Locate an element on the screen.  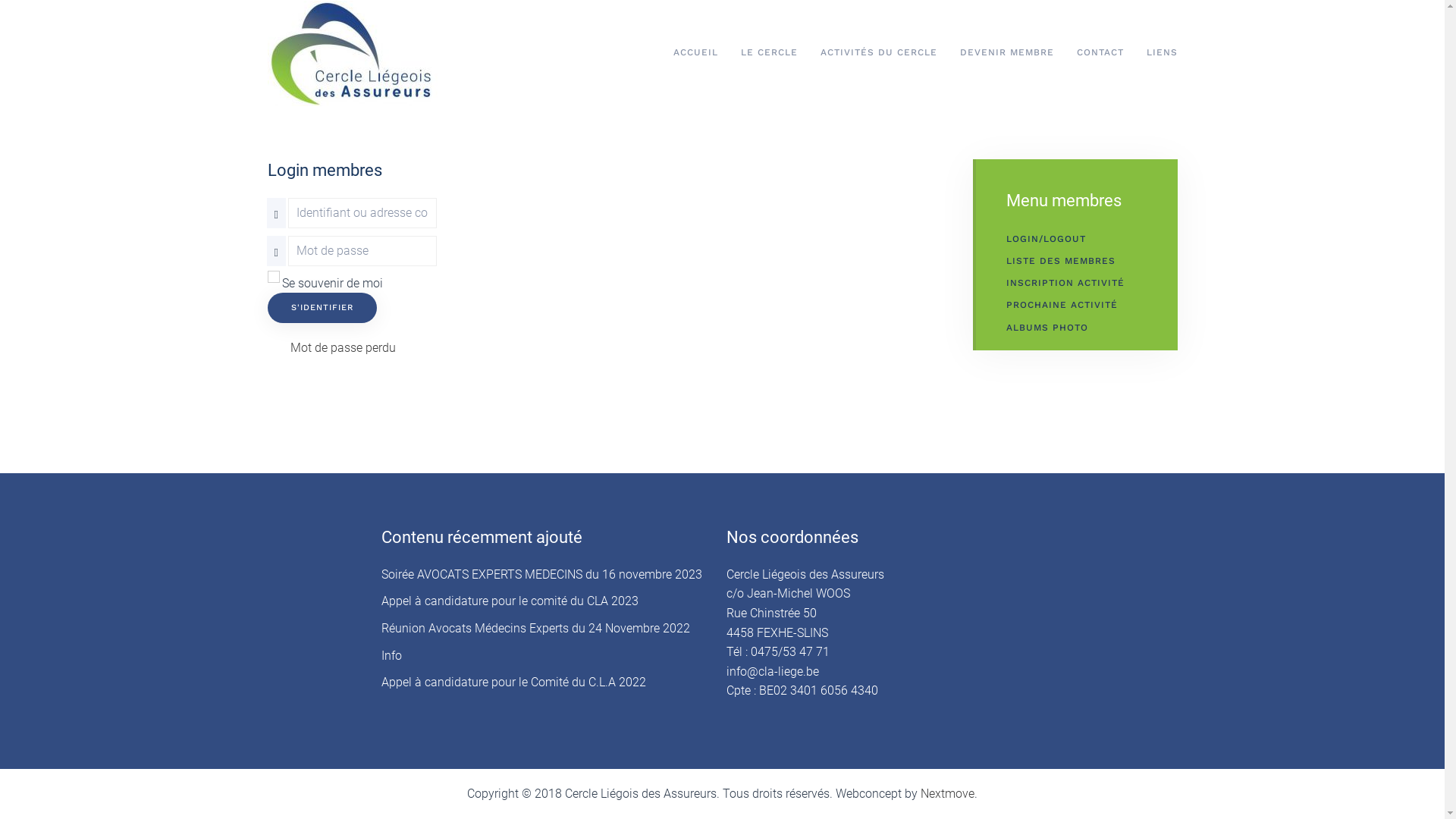
'ACCUEIL' is located at coordinates (694, 52).